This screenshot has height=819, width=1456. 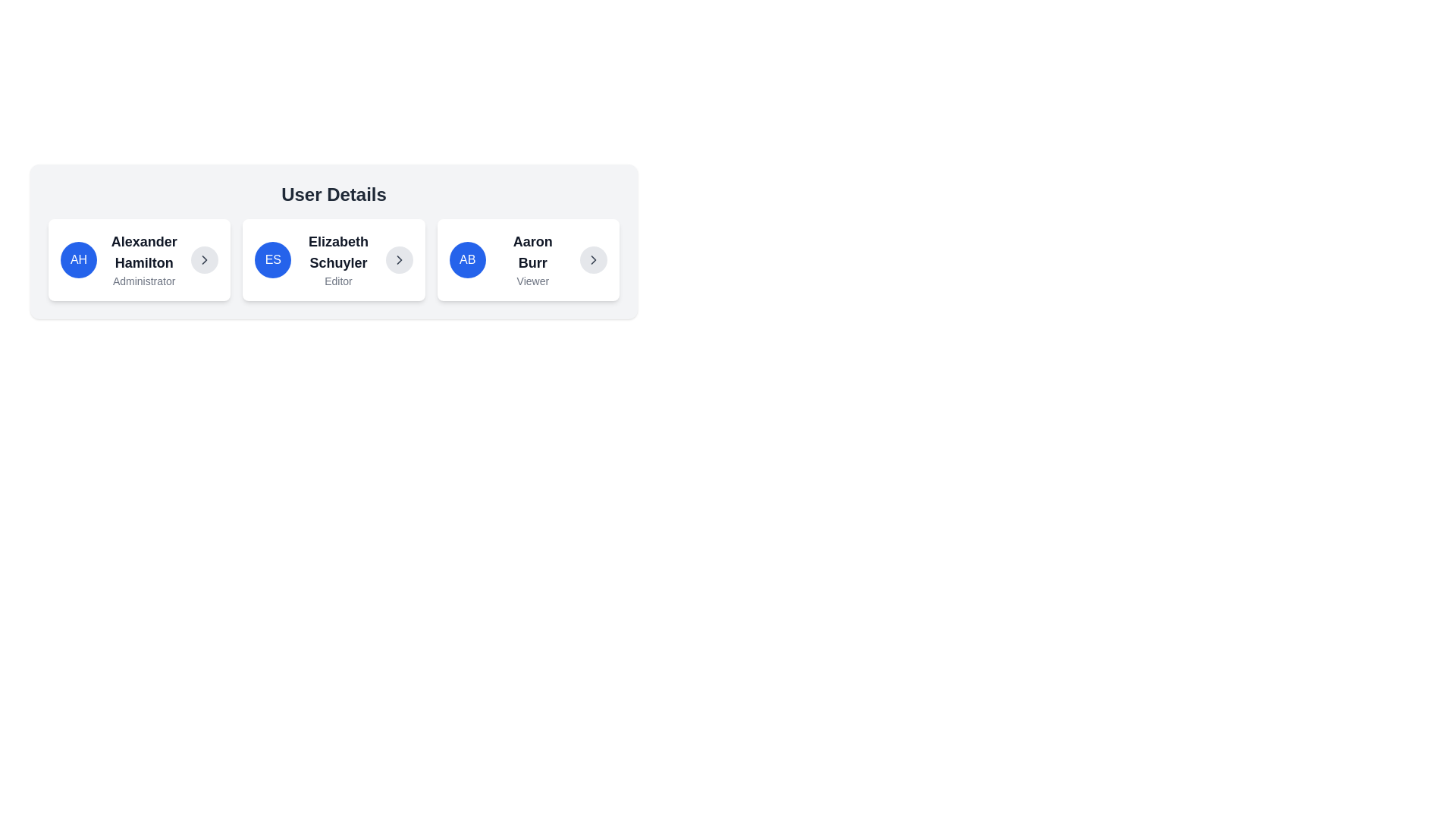 What do you see at coordinates (399, 259) in the screenshot?
I see `the right-pointing arrow icon within a circular button` at bounding box center [399, 259].